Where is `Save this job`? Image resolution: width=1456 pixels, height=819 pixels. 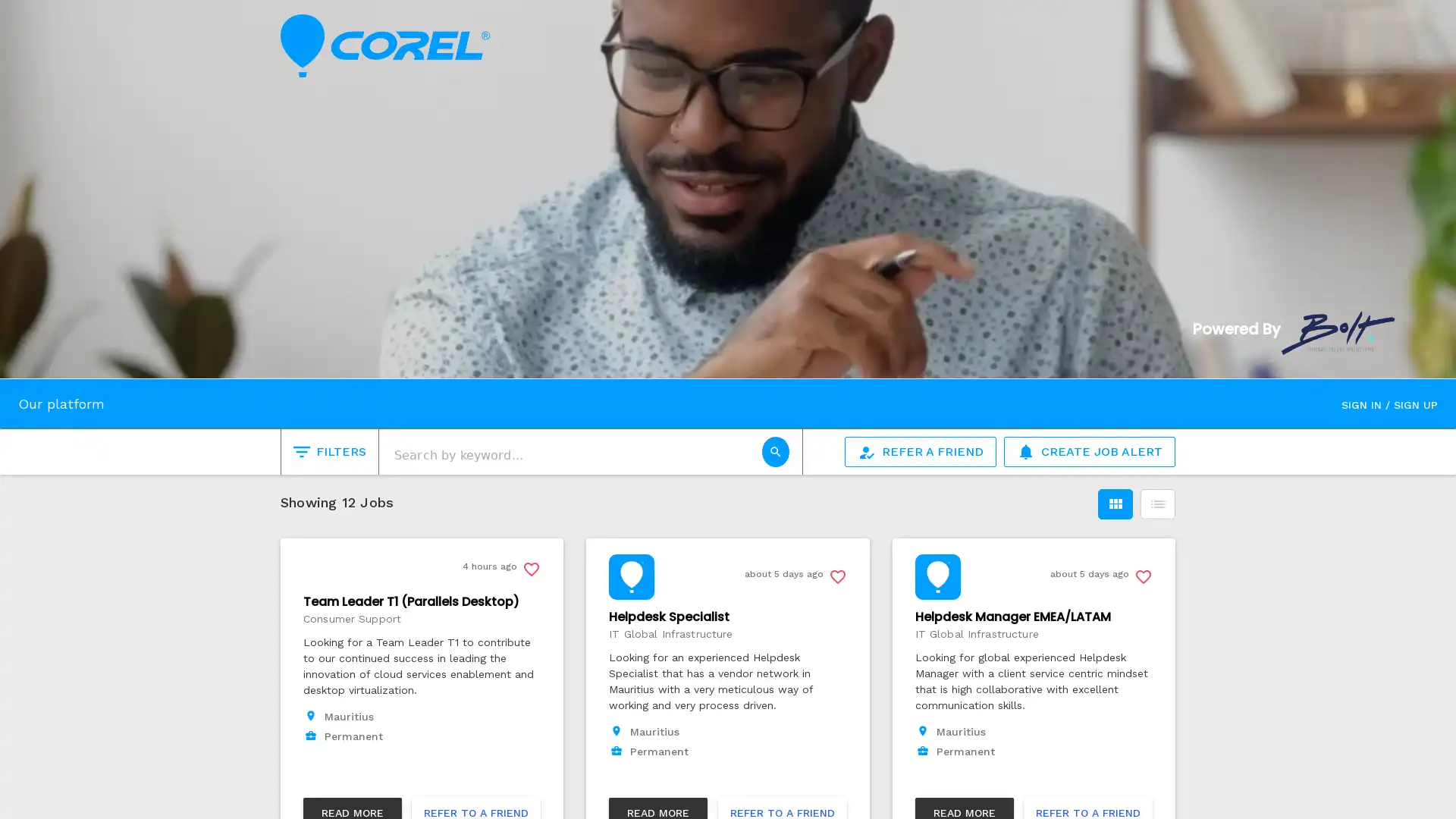 Save this job is located at coordinates (839, 576).